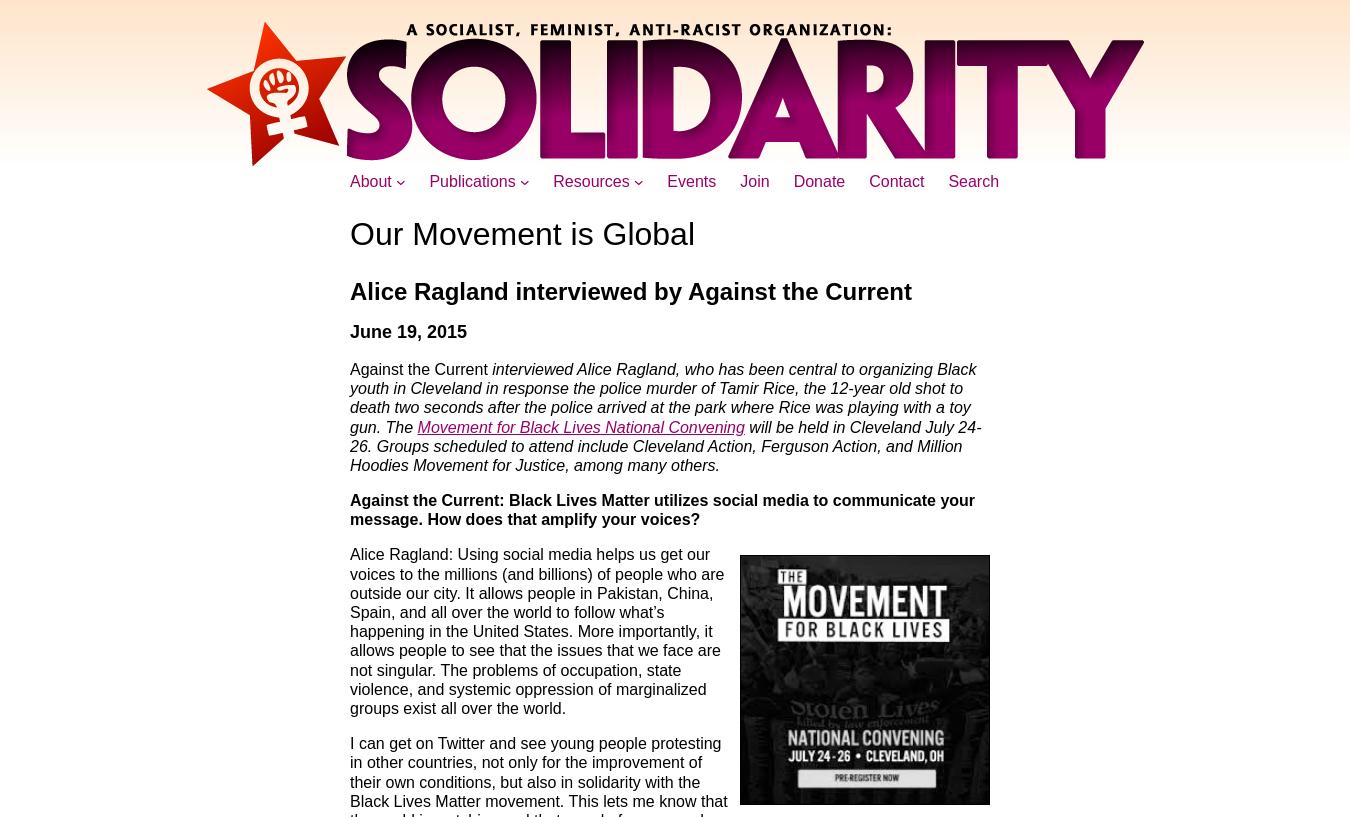 This screenshot has width=1350, height=817. I want to click on 'Donate', so click(819, 180).